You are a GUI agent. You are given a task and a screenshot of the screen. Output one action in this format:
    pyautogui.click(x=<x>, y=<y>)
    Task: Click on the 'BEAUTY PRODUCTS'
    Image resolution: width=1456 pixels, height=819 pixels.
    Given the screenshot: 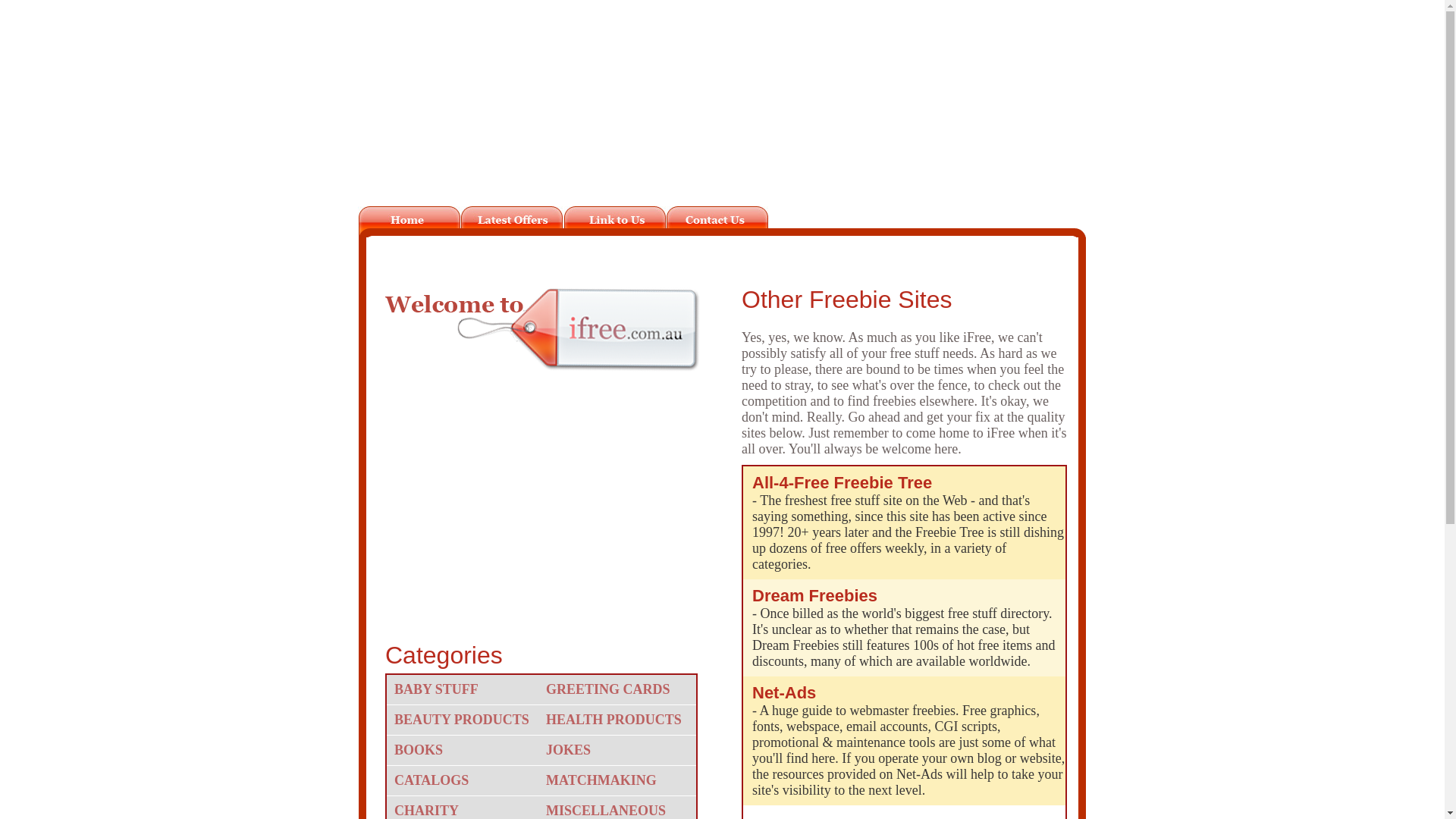 What is the action you would take?
    pyautogui.click(x=465, y=719)
    